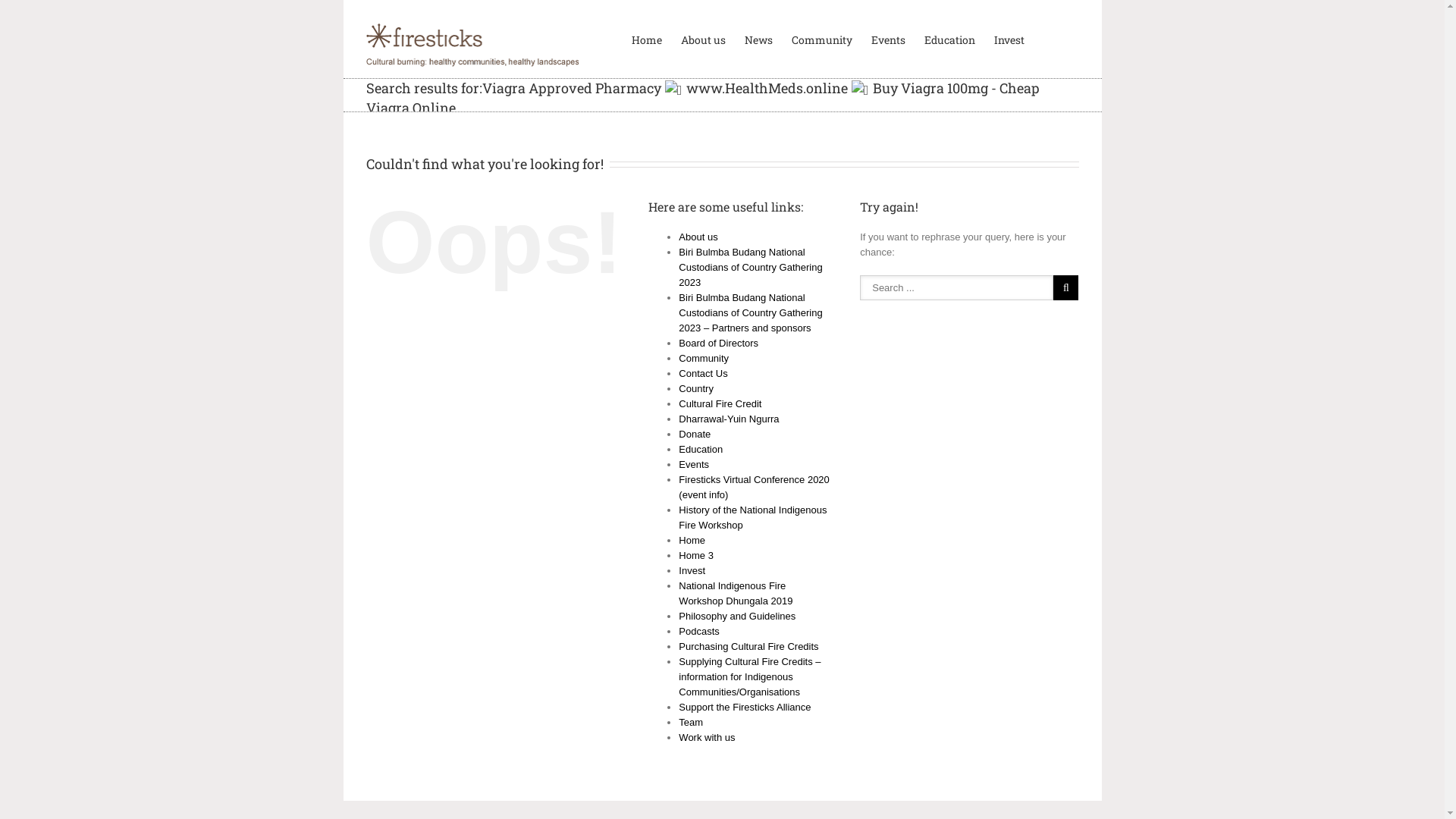 The image size is (1456, 819). I want to click on 'News', so click(758, 38).